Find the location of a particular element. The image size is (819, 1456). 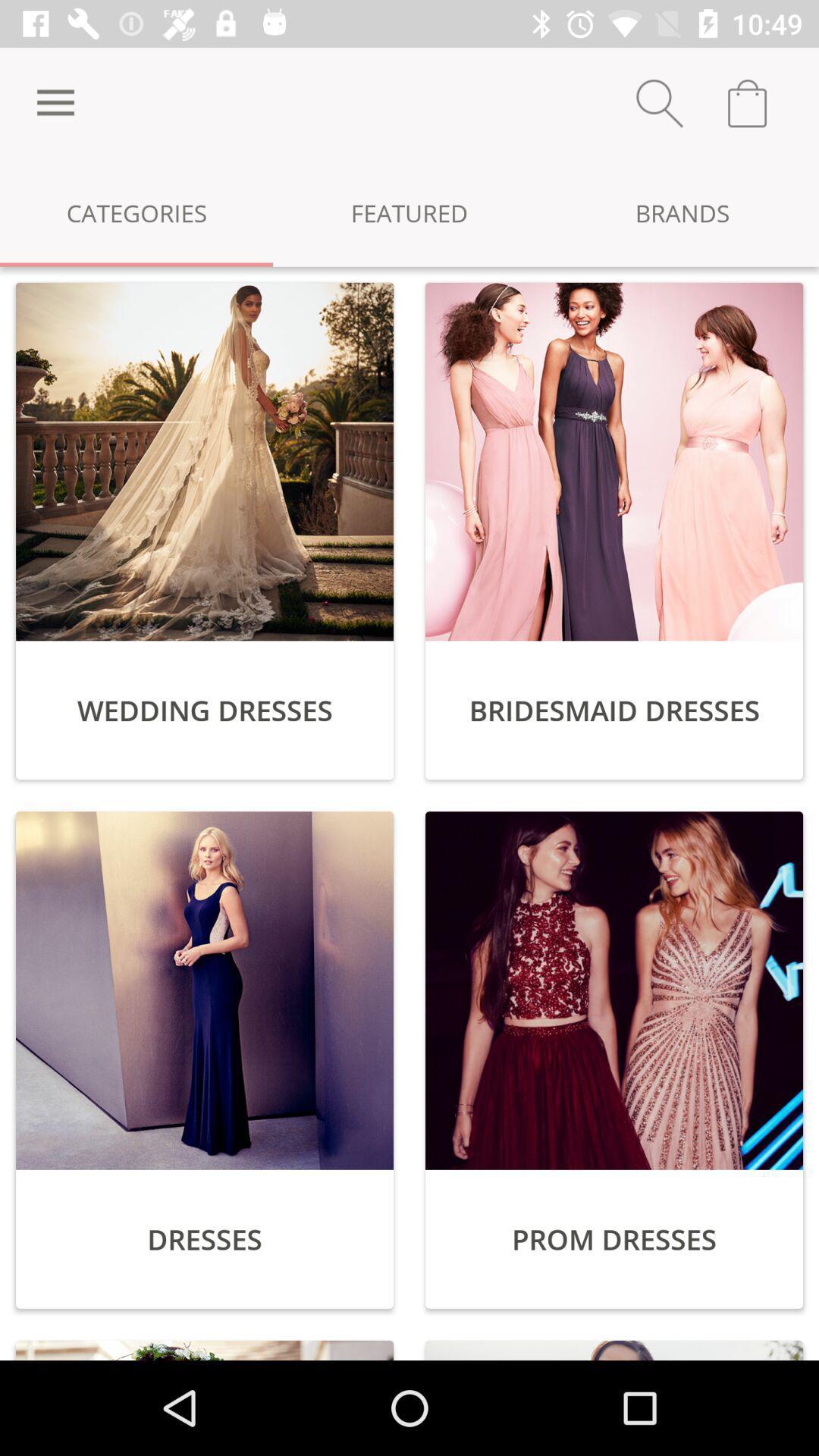

the brands is located at coordinates (681, 212).